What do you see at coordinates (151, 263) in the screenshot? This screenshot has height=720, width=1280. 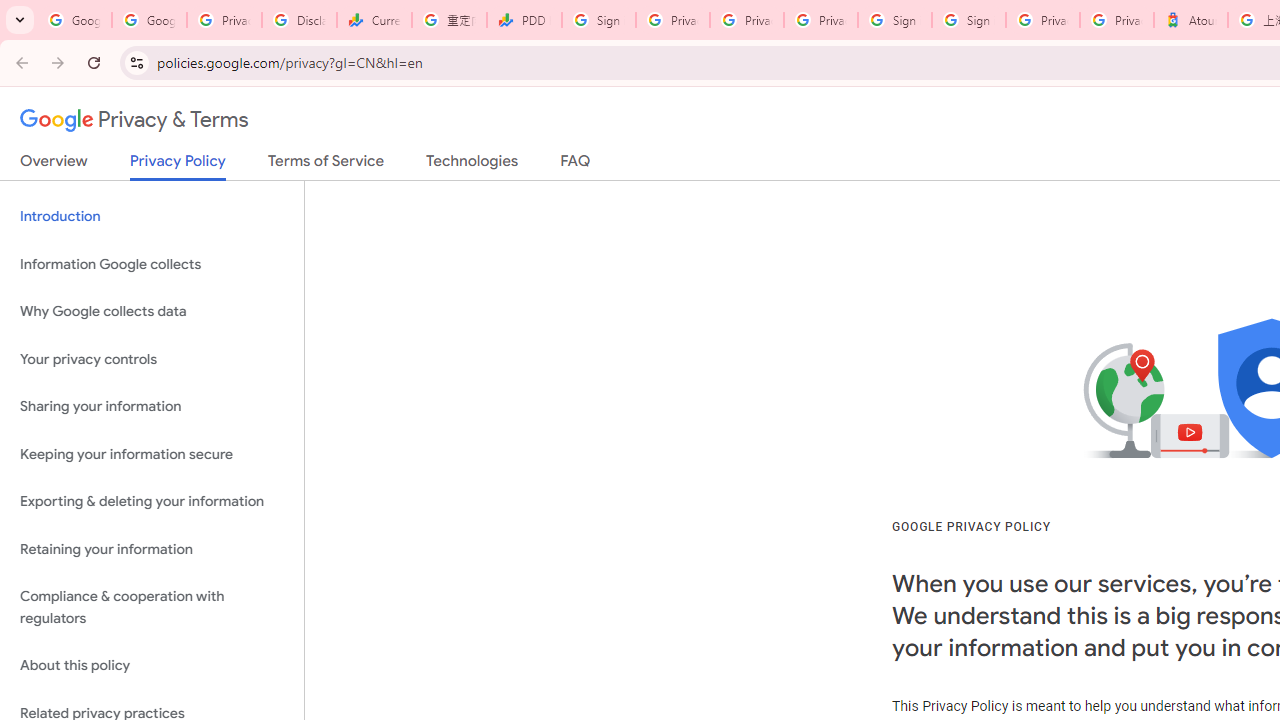 I see `'Information Google collects'` at bounding box center [151, 263].